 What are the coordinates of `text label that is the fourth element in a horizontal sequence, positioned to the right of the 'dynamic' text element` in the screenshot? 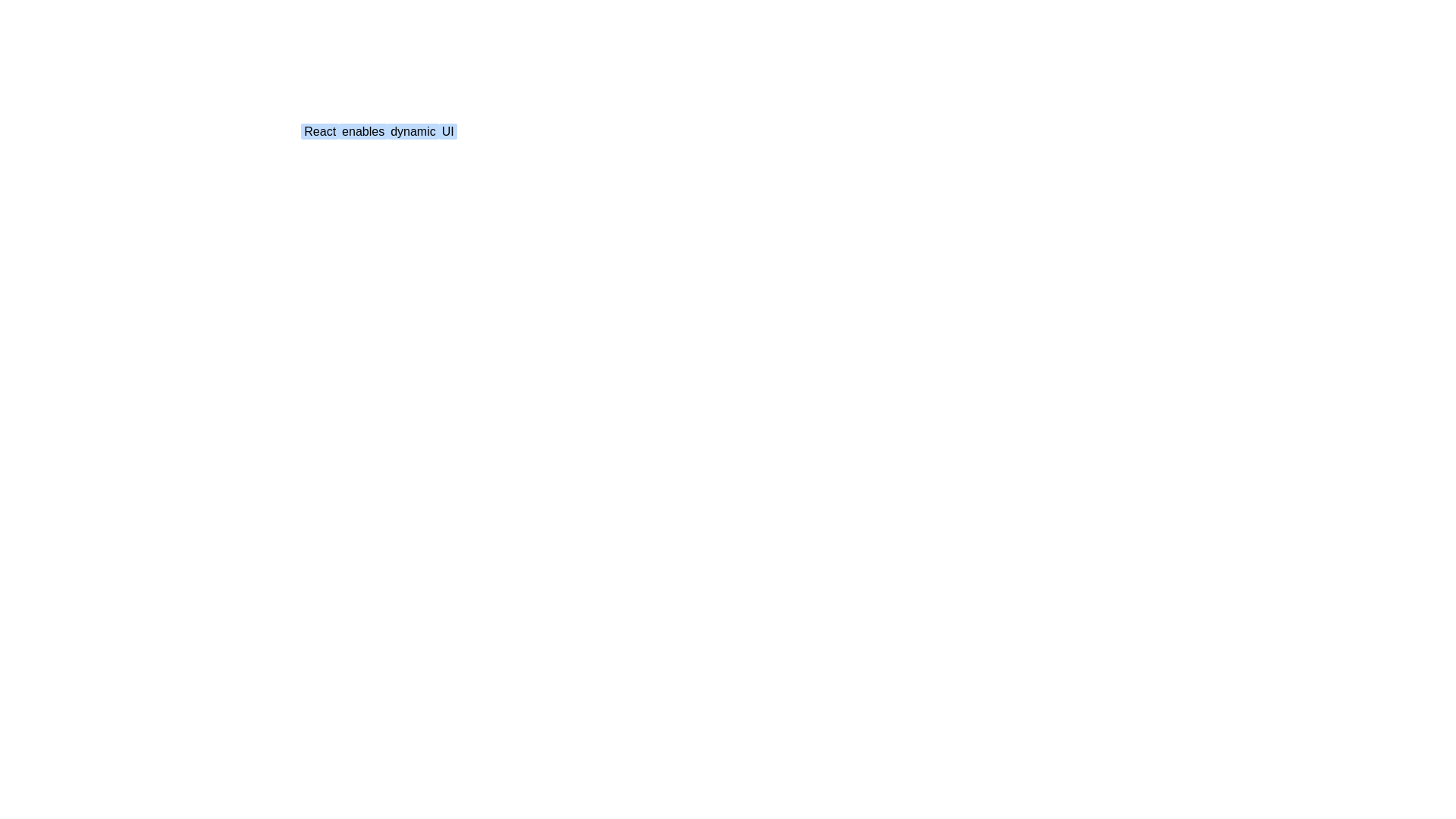 It's located at (447, 130).